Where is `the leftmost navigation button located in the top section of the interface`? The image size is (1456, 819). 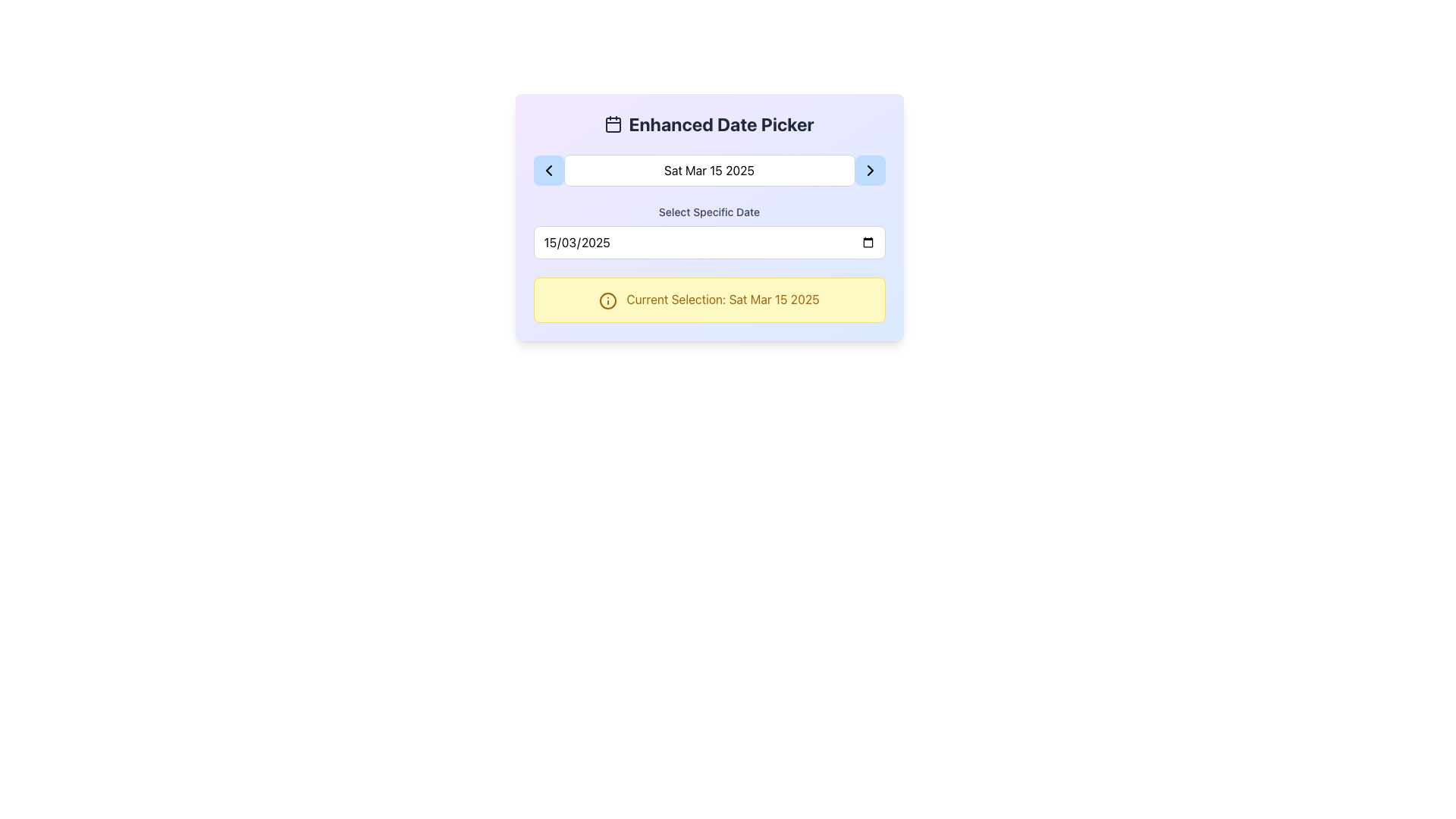 the leftmost navigation button located in the top section of the interface is located at coordinates (548, 170).